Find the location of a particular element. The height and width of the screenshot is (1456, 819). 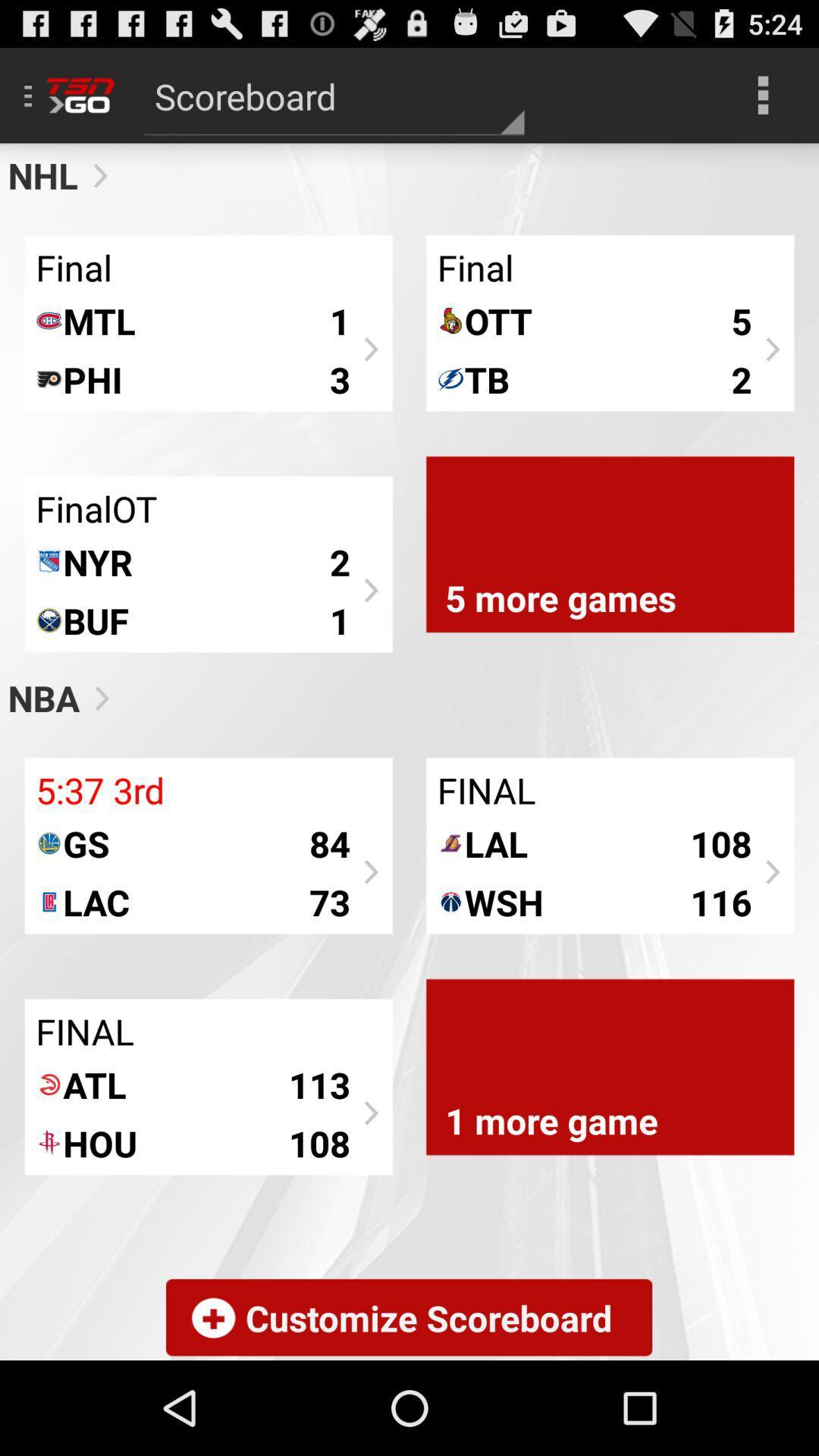

forward arrow icon right to nhl is located at coordinates (94, 175).